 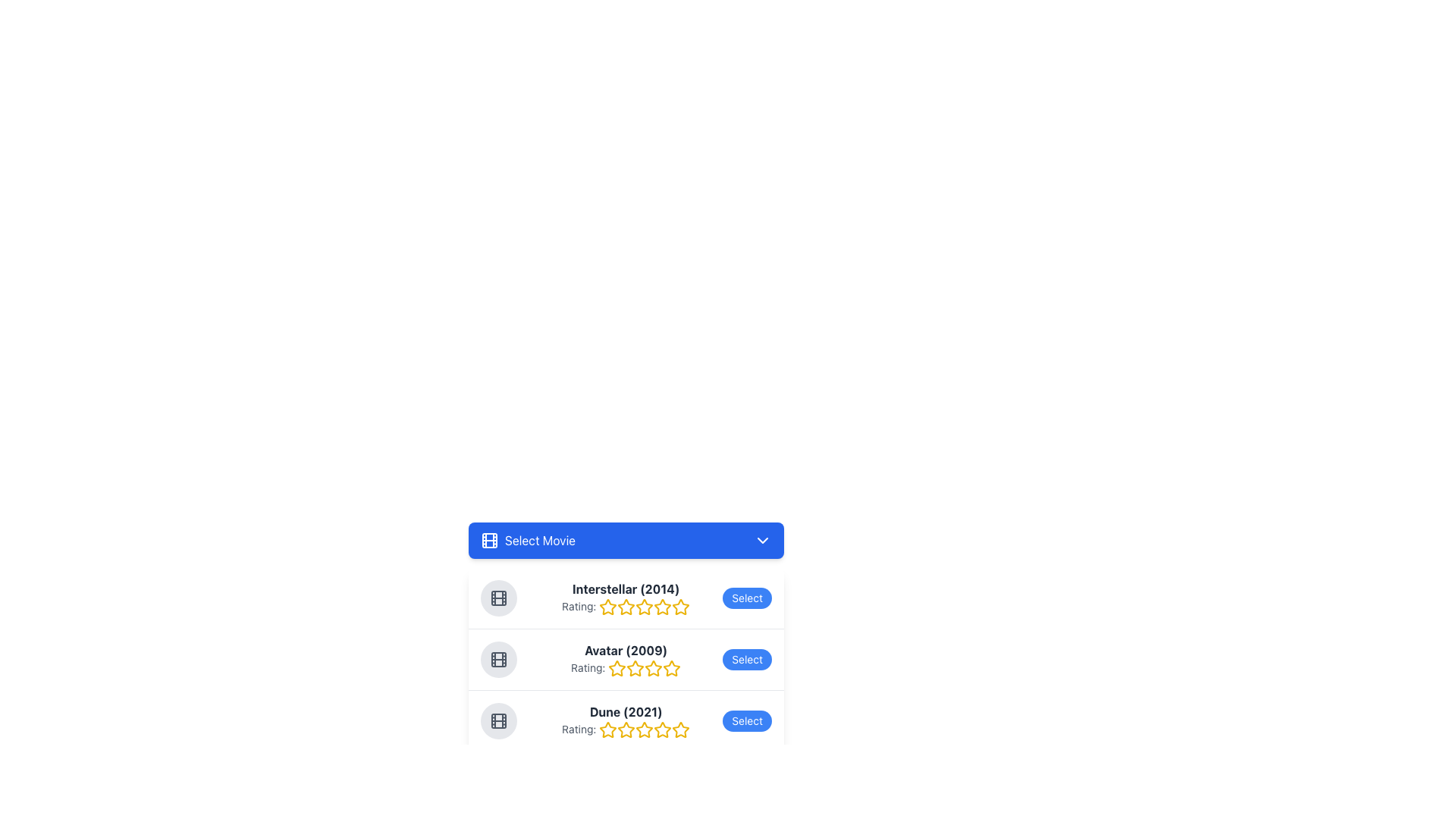 I want to click on the fifth rating star icon for the movie 'Interstellar (2014)' to interact with it, so click(x=680, y=607).